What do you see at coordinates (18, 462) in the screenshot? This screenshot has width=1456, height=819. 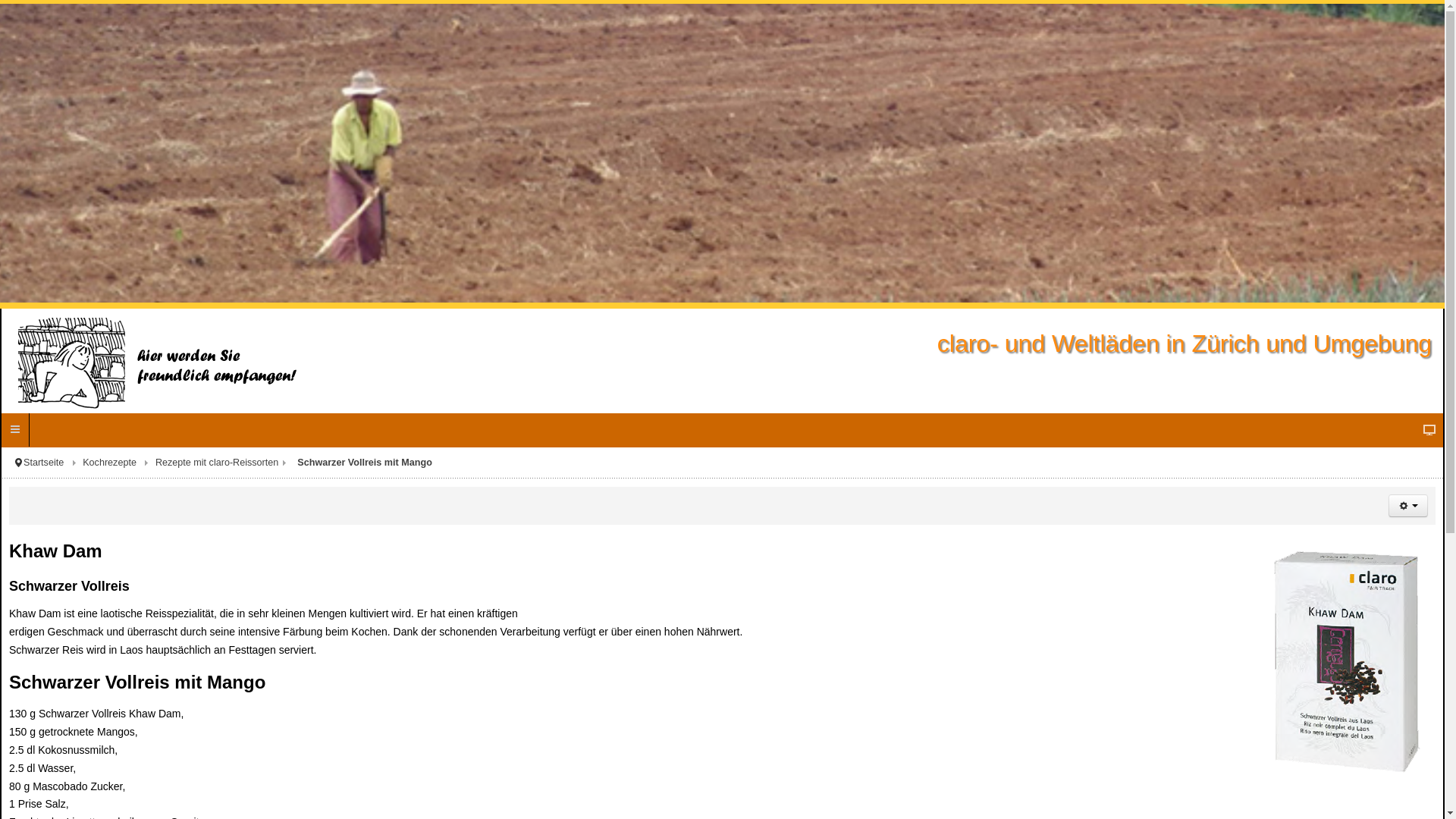 I see `'Aktuelle Seite: '` at bounding box center [18, 462].